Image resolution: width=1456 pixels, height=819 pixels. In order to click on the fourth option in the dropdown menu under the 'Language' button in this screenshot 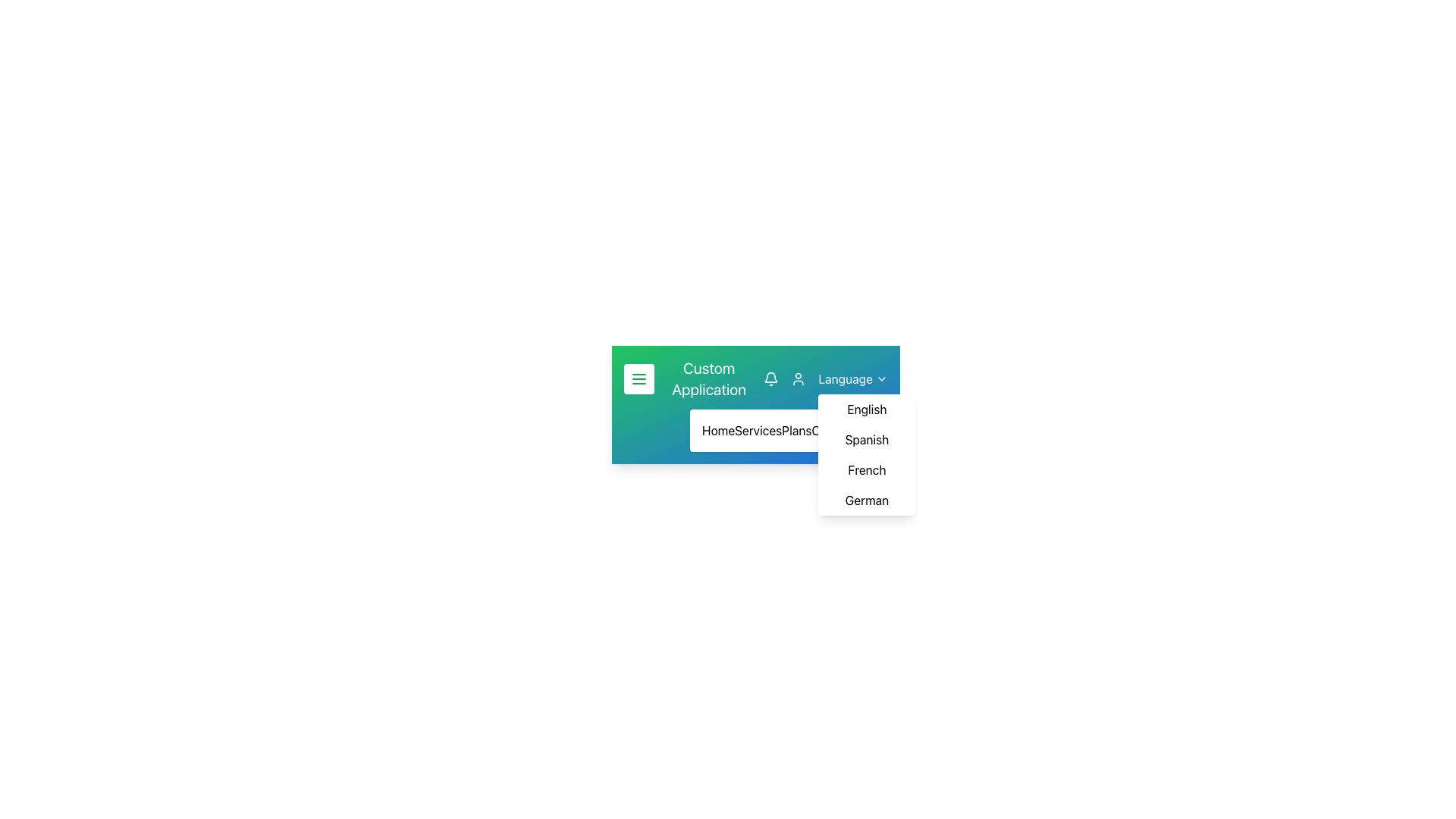, I will do `click(867, 500)`.